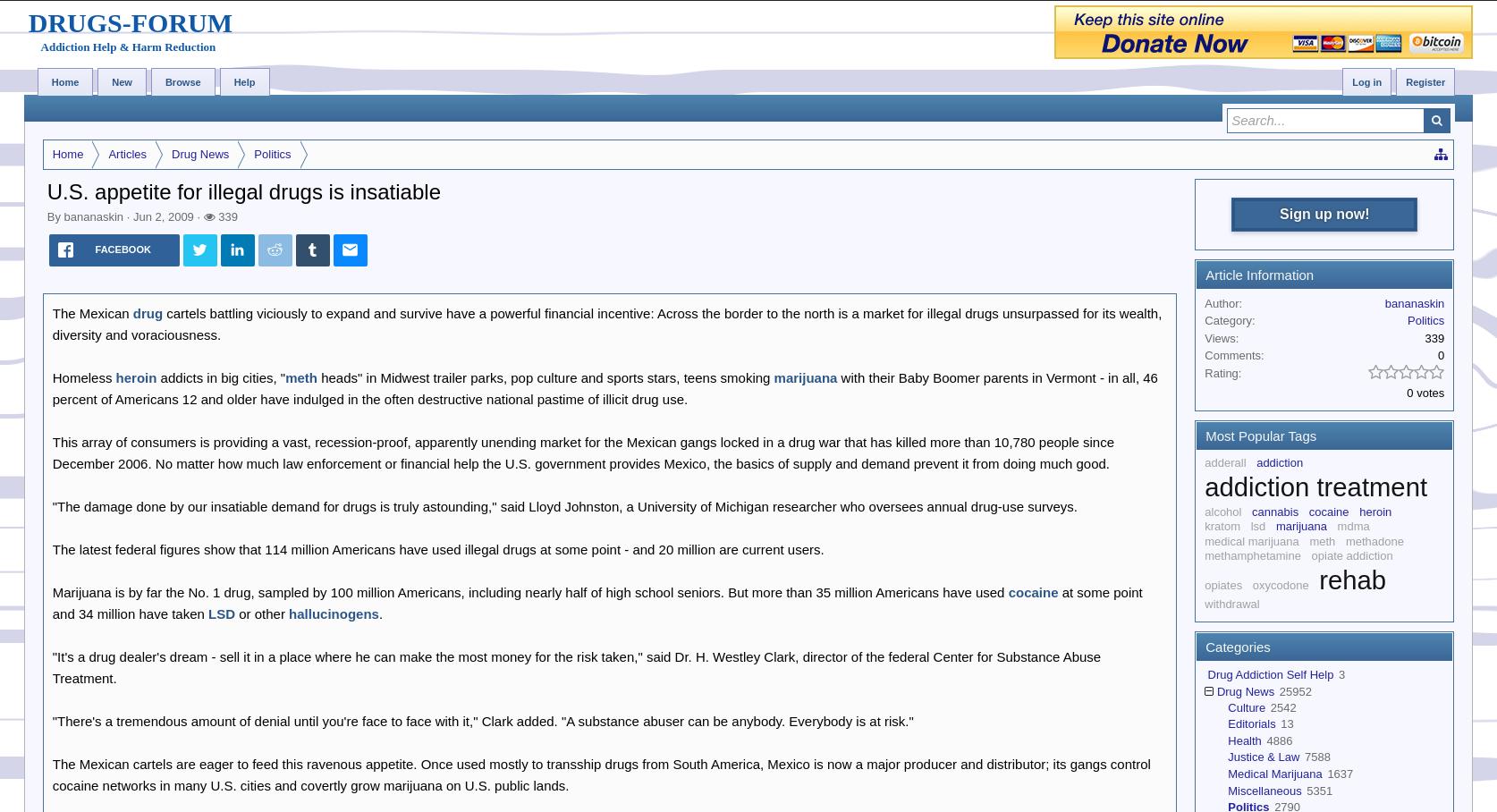 The width and height of the screenshot is (1497, 812). I want to click on 'heads" in Midwest trailer parks, pop culture and sports stars, teens smoking', so click(546, 376).